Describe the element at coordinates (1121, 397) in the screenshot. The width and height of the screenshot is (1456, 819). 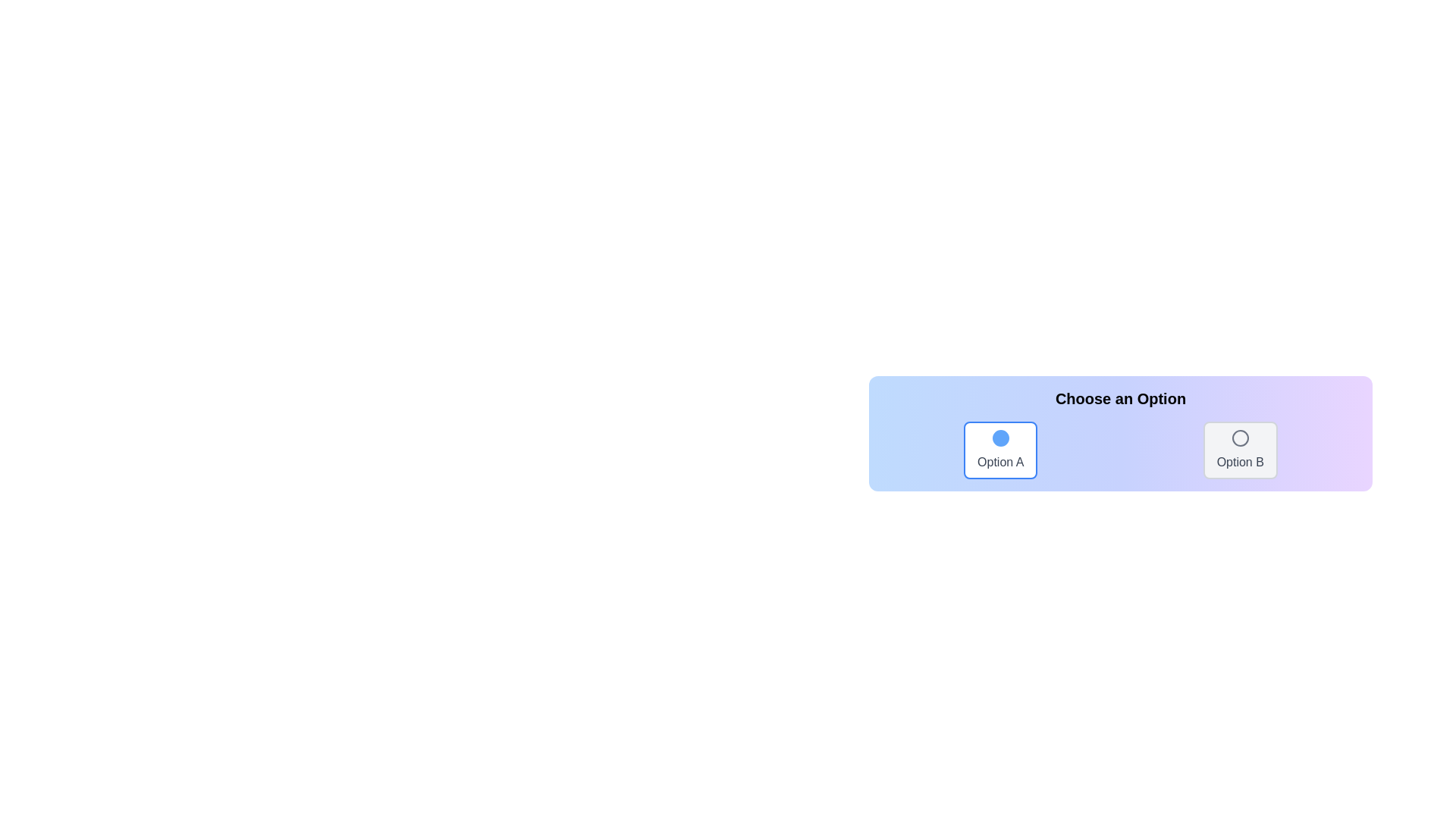
I see `the bold black text label that reads 'Choose an Option', which is centered horizontally at the top of a gradient-colored card` at that location.